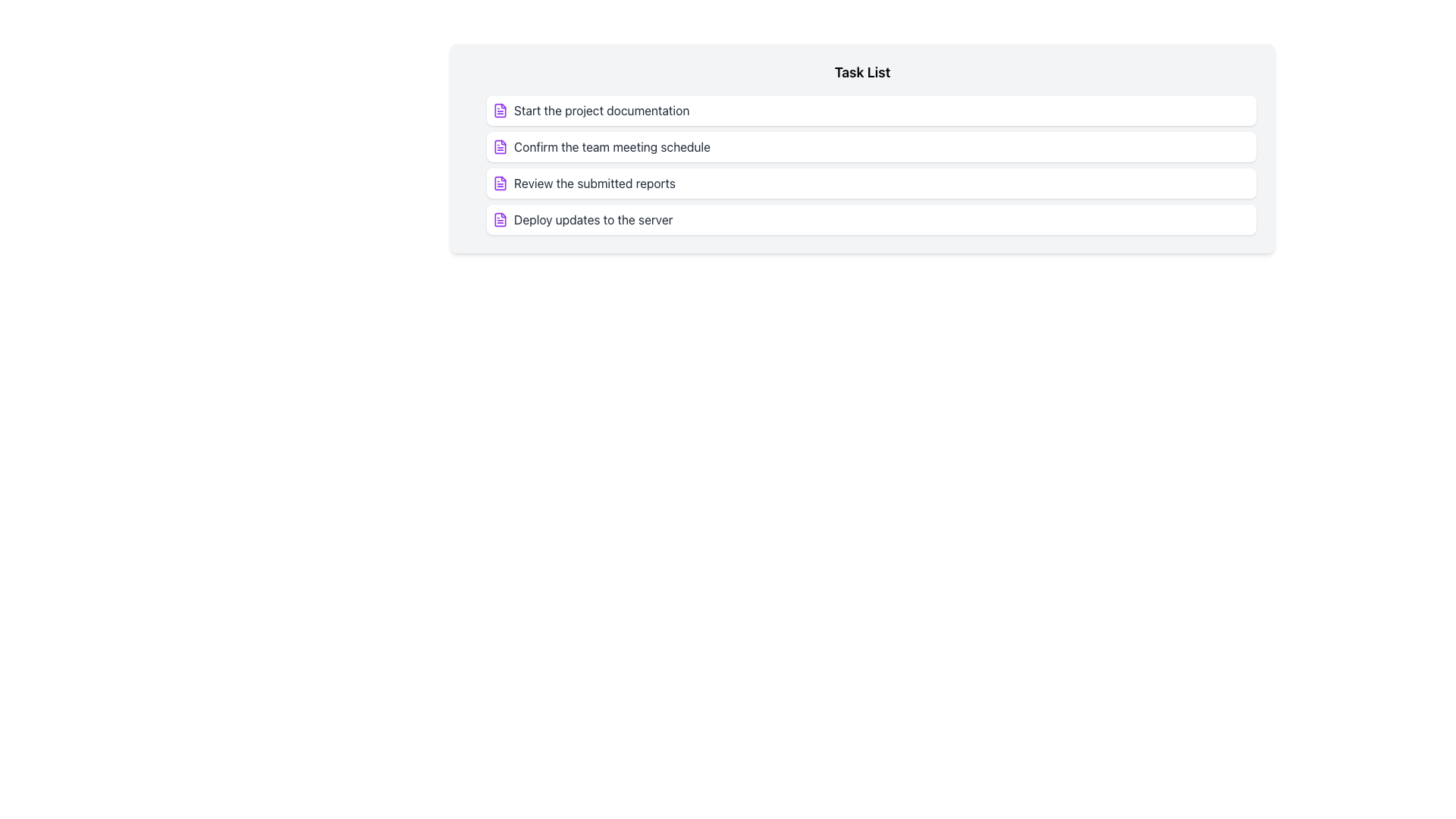 This screenshot has width=1456, height=819. Describe the element at coordinates (500, 219) in the screenshot. I see `the purple file representation SVG icon located to the left of the 'Deploy updates to the server' label in the fourth task entry of the task list` at that location.